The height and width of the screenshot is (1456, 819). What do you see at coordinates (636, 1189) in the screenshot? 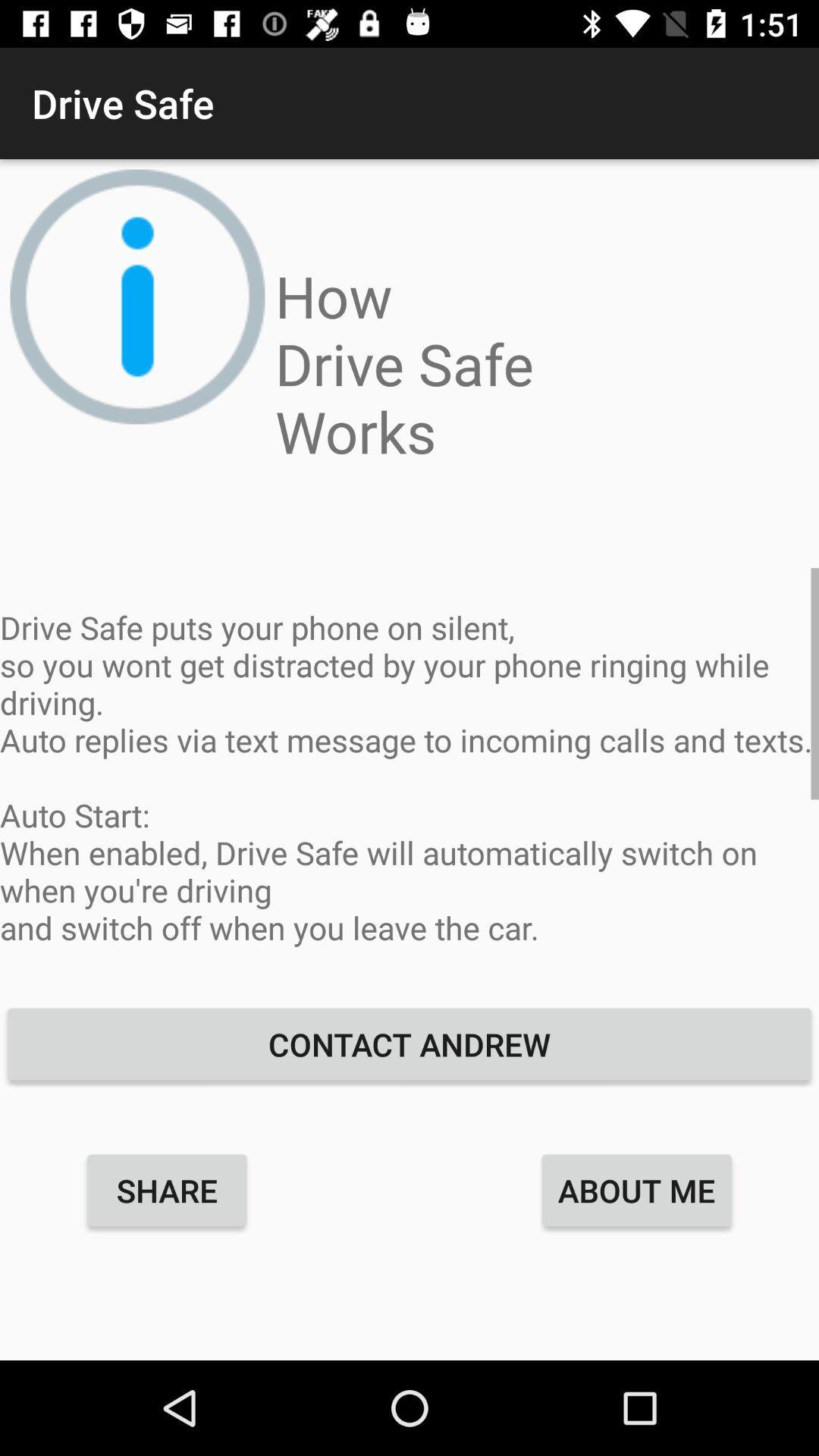
I see `icon below the contact andrew icon` at bounding box center [636, 1189].